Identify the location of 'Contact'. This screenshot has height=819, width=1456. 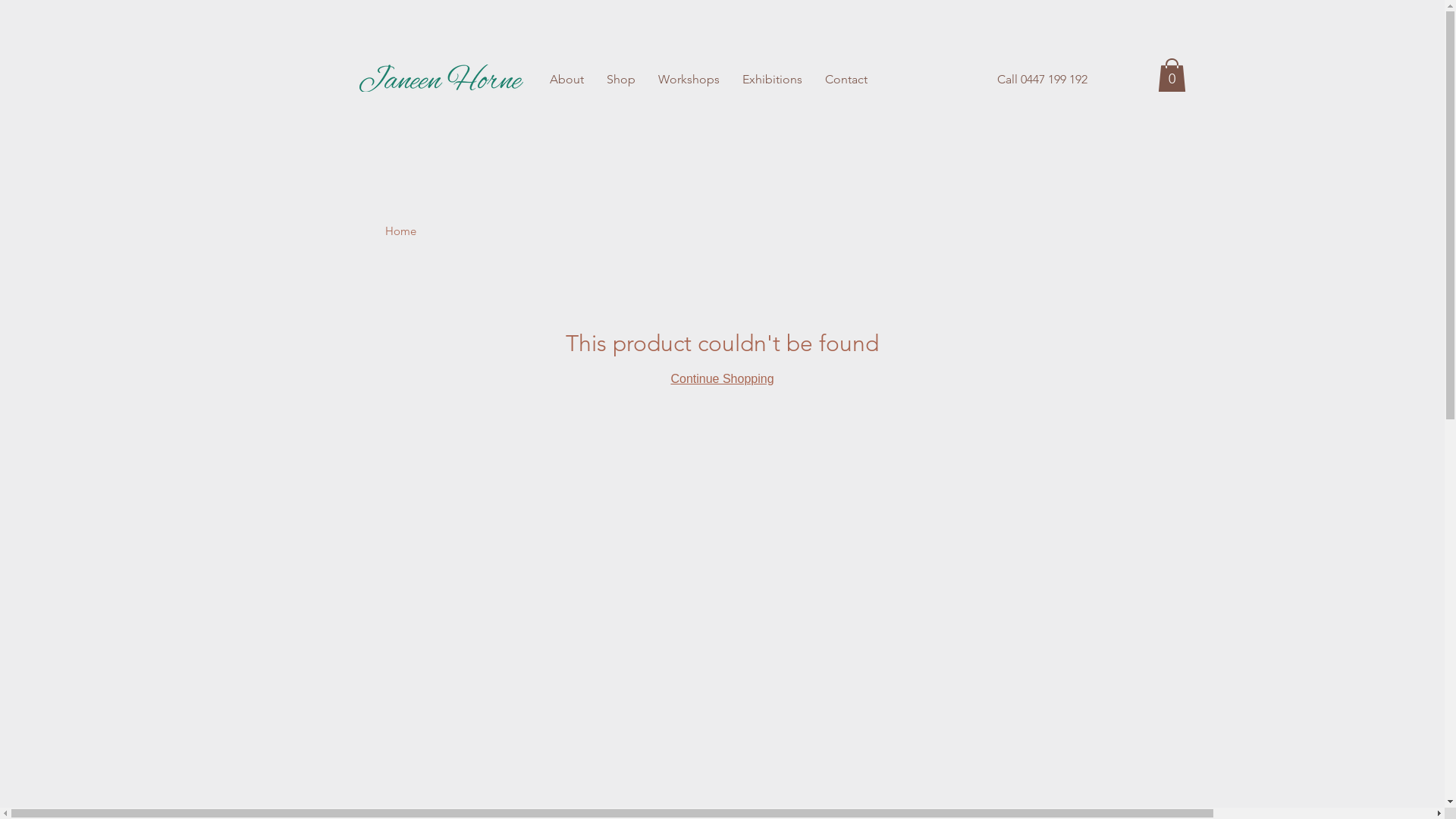
(811, 79).